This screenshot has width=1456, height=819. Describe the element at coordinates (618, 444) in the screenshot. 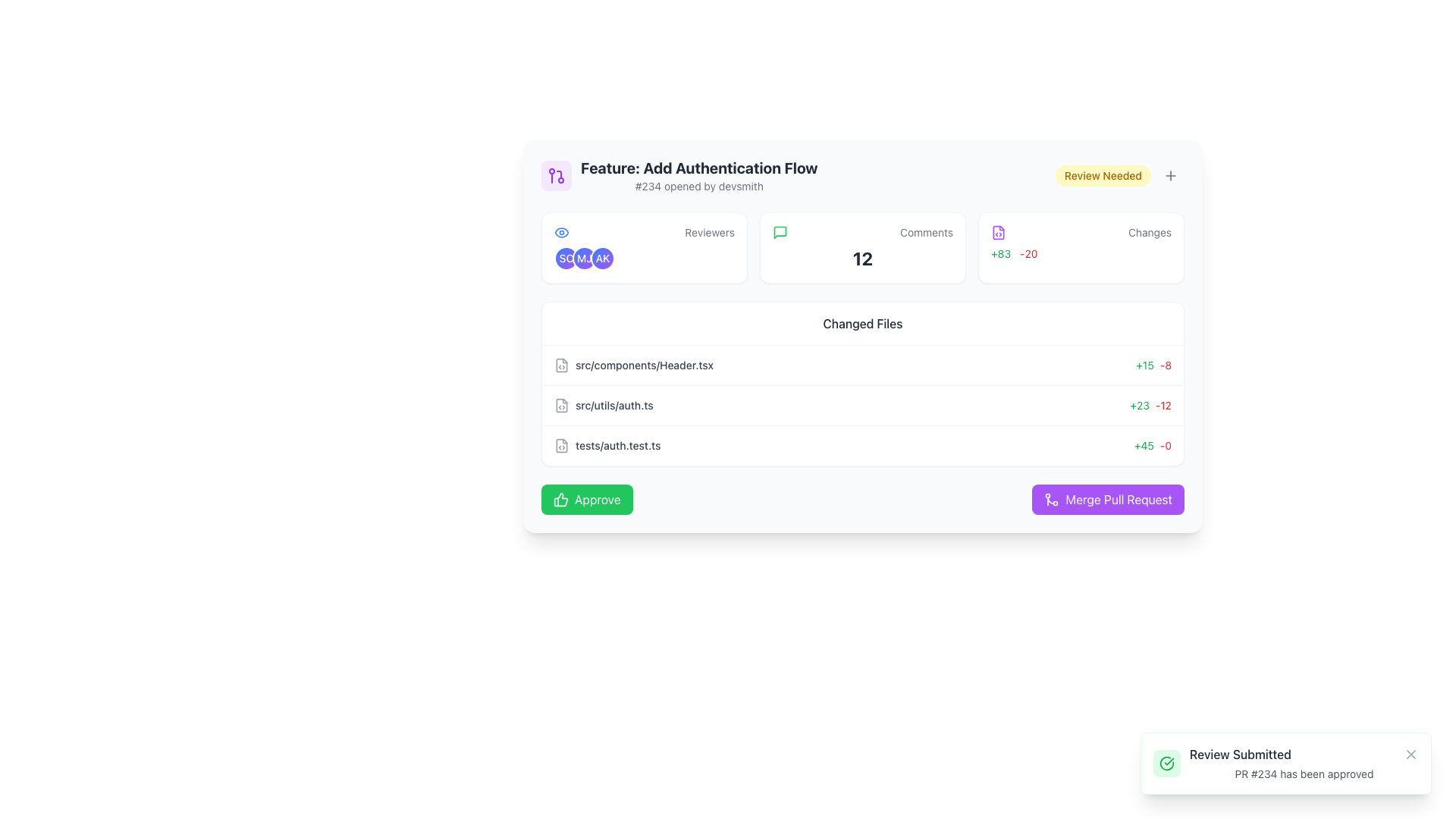

I see `the text label 'tests/auth.test.ts', which is styled with a small font and medium weight, located in the bottom section of the visible list of changed files` at that location.